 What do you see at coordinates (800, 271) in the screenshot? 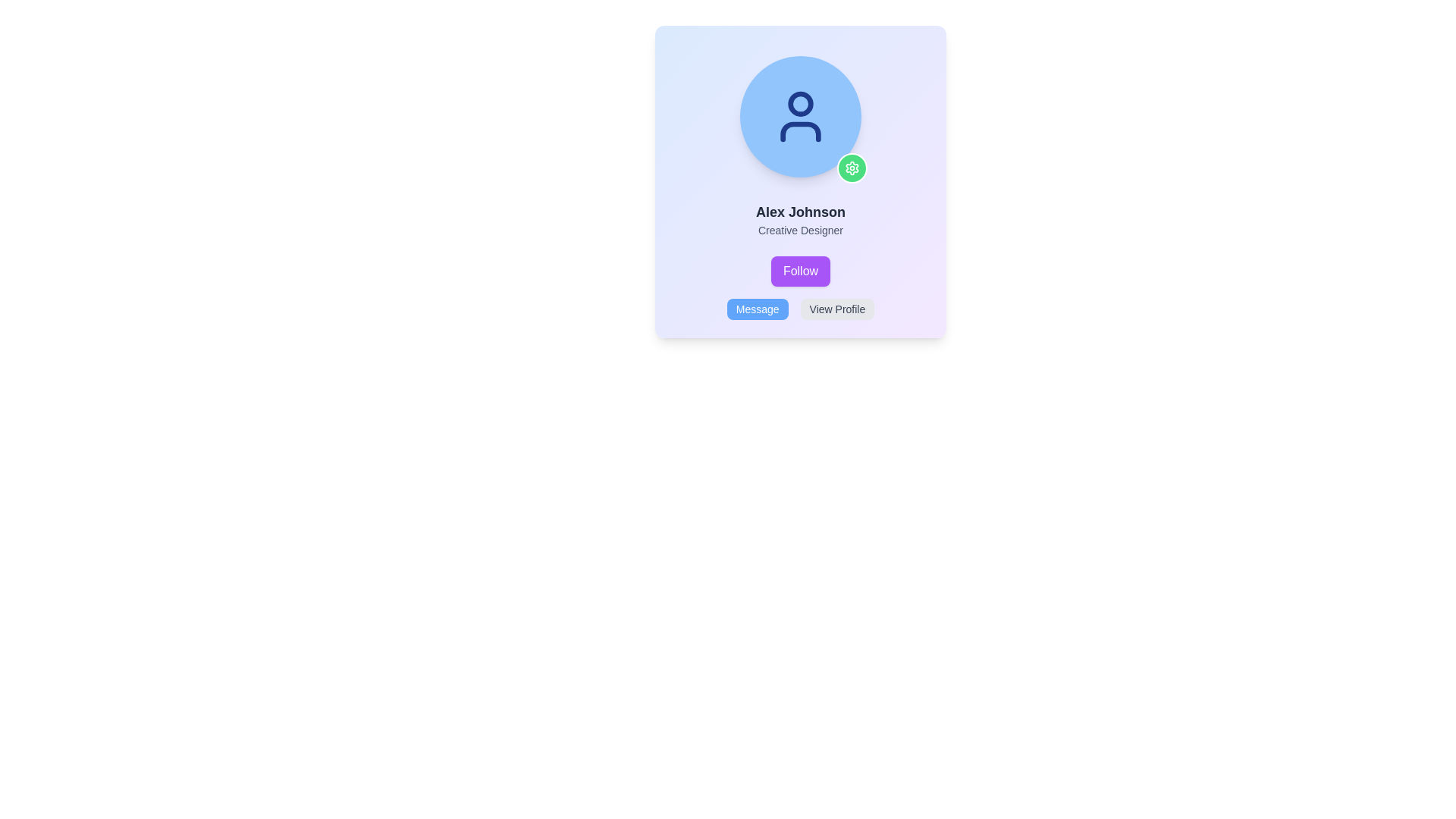
I see `the purple 'Follow' button with rounded corners and white text located at the center-bottom of the user profile card to follow the user` at bounding box center [800, 271].